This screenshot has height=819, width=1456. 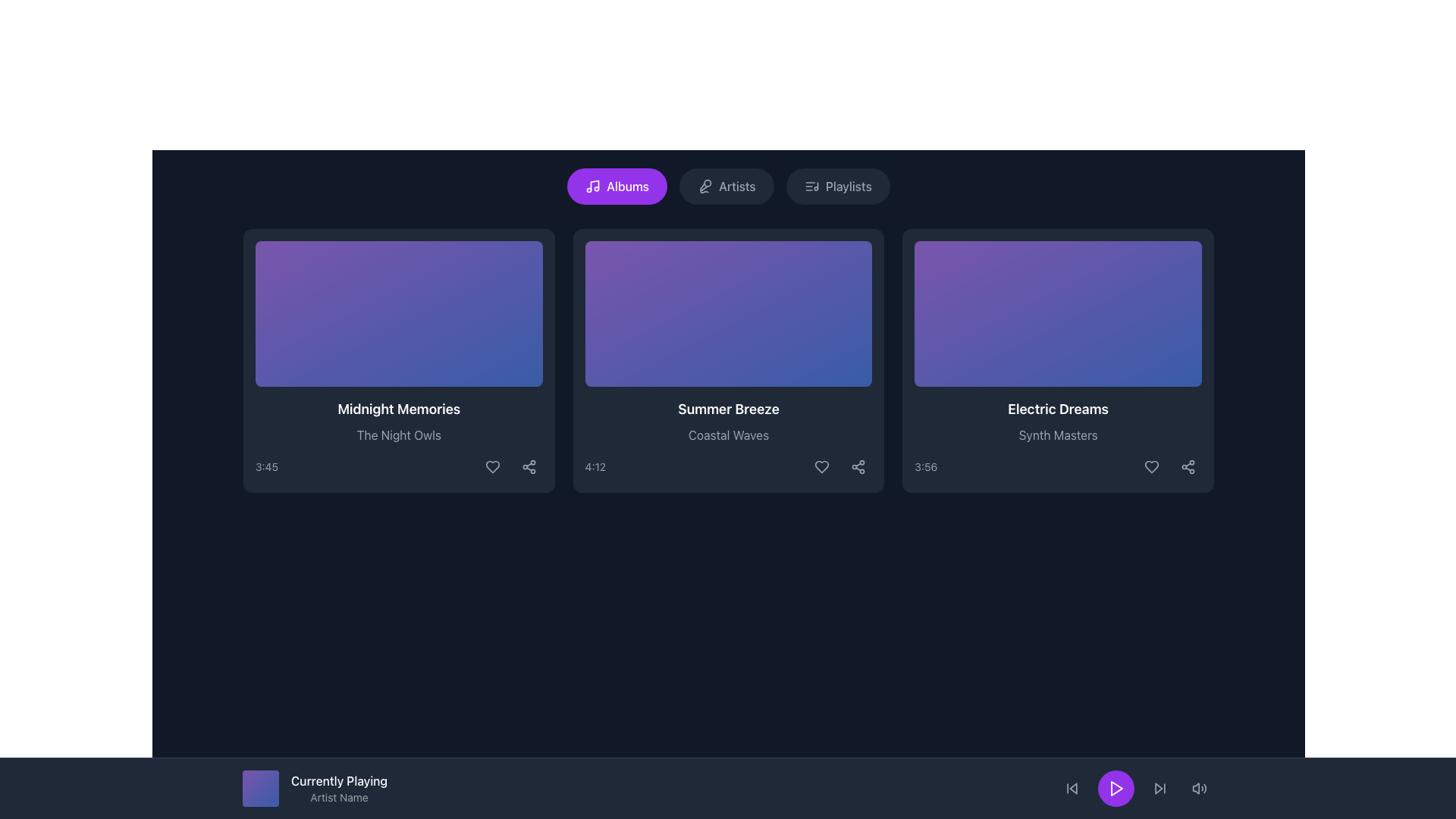 What do you see at coordinates (338, 780) in the screenshot?
I see `the 'Currently Playing' label, which is a white textual label on a dark background located in the footer section of the media playback interface` at bounding box center [338, 780].